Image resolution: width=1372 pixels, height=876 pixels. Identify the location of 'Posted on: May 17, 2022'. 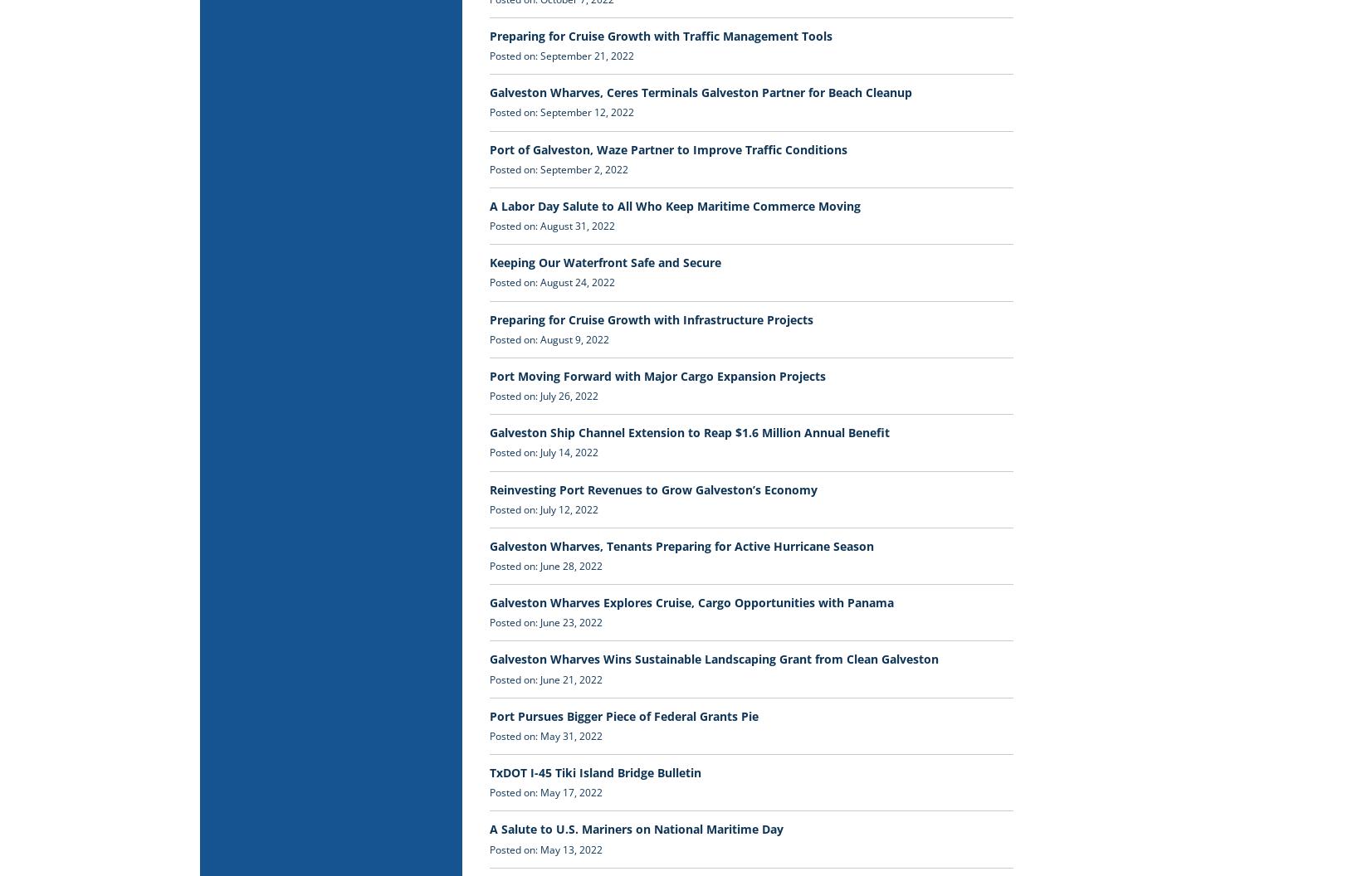
(545, 792).